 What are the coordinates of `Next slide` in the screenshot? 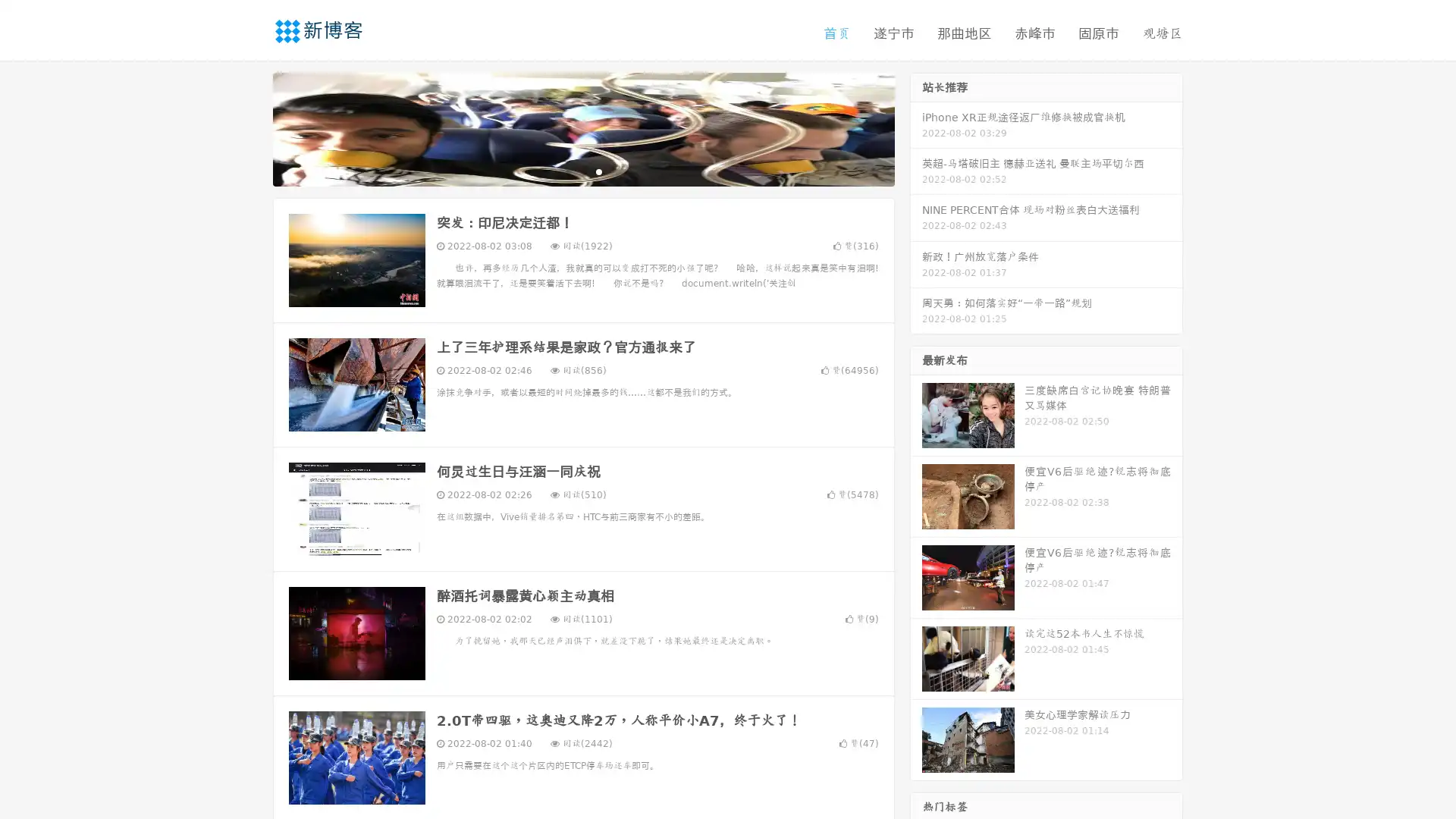 It's located at (916, 127).